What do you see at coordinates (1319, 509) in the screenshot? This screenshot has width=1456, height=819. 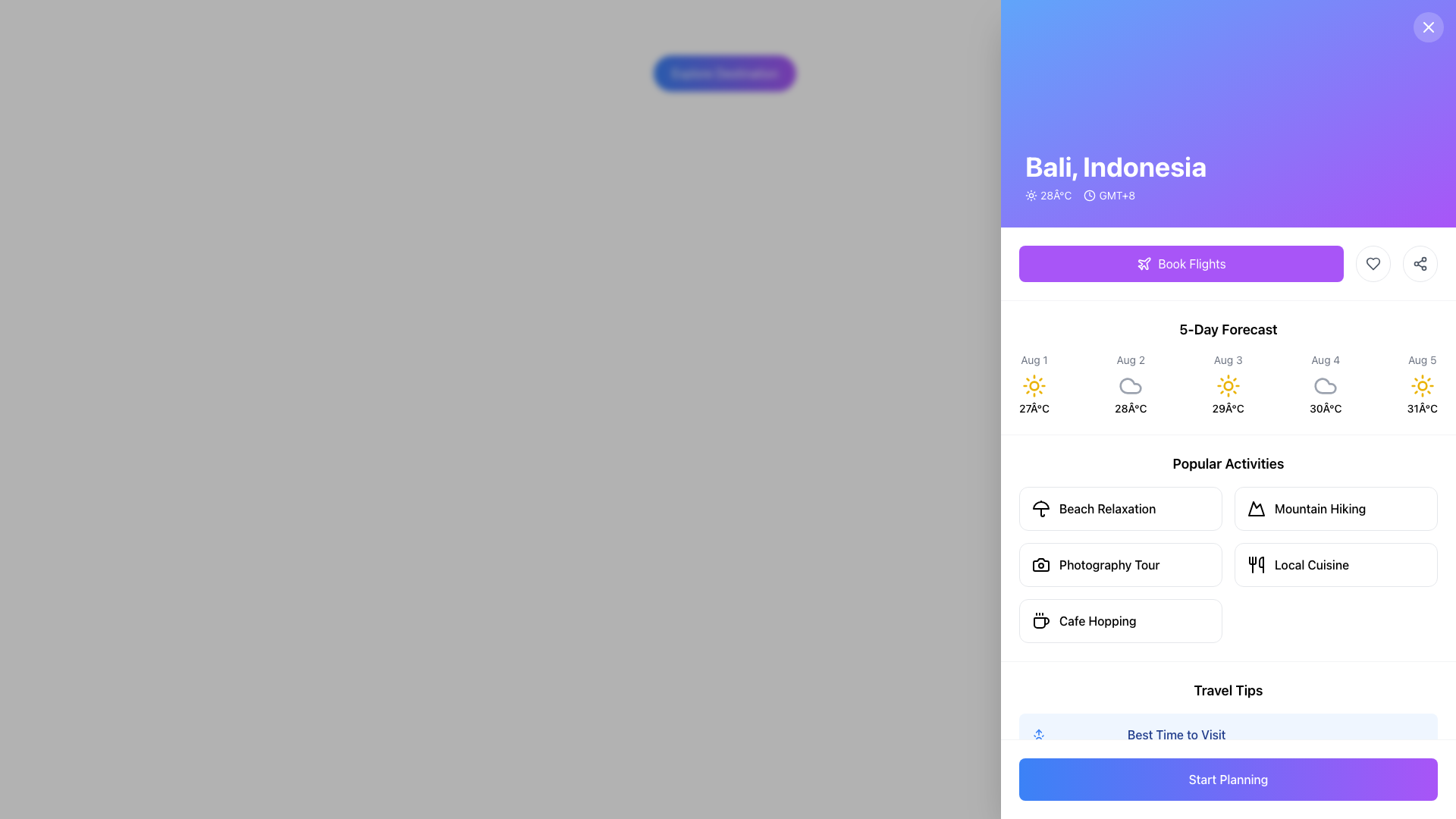 I see `the text label for 'Mountain Hiking' located in the bottom-right of the 'Popular Activities' section, which is under the '5-Day Forecast' and above 'Travel Tips'` at bounding box center [1319, 509].